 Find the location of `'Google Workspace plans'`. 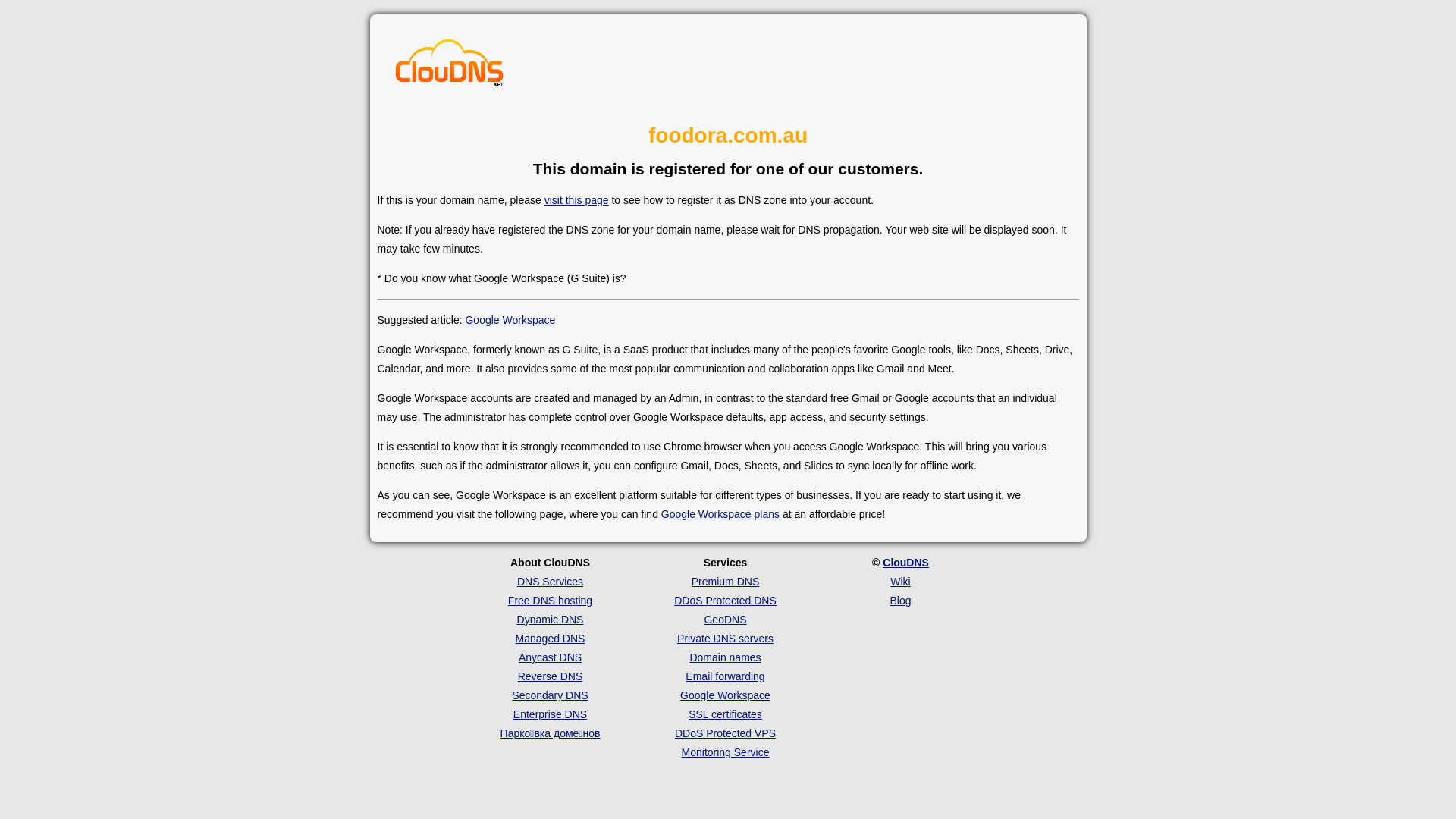

'Google Workspace plans' is located at coordinates (661, 513).